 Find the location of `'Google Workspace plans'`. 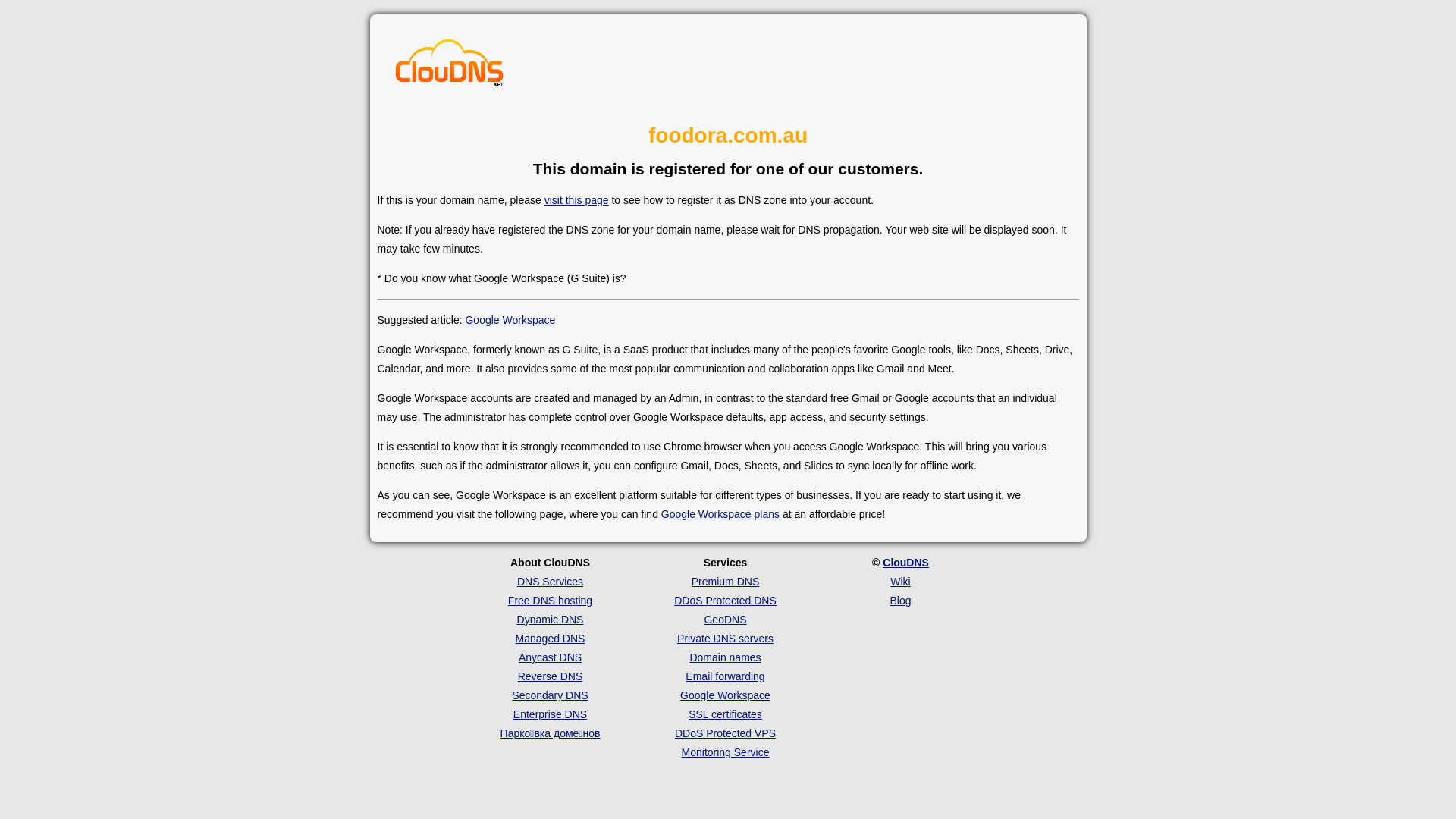

'Google Workspace plans' is located at coordinates (661, 513).